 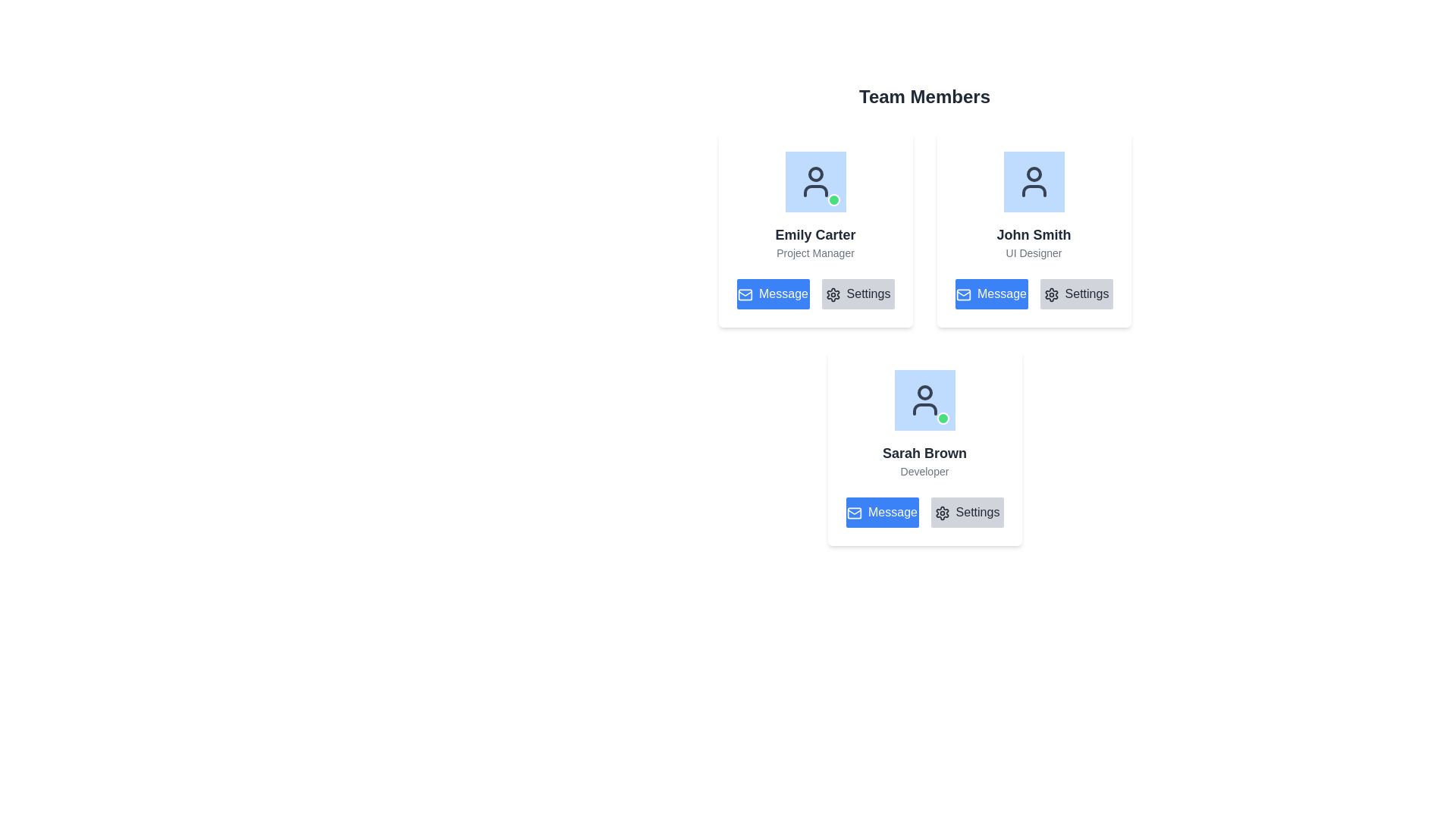 What do you see at coordinates (924, 96) in the screenshot?
I see `text displayed in the Text Label that denotes the title or heading for the section containing information about team members, which is located at the uppermost part of the page layout and is horizontally centered` at bounding box center [924, 96].